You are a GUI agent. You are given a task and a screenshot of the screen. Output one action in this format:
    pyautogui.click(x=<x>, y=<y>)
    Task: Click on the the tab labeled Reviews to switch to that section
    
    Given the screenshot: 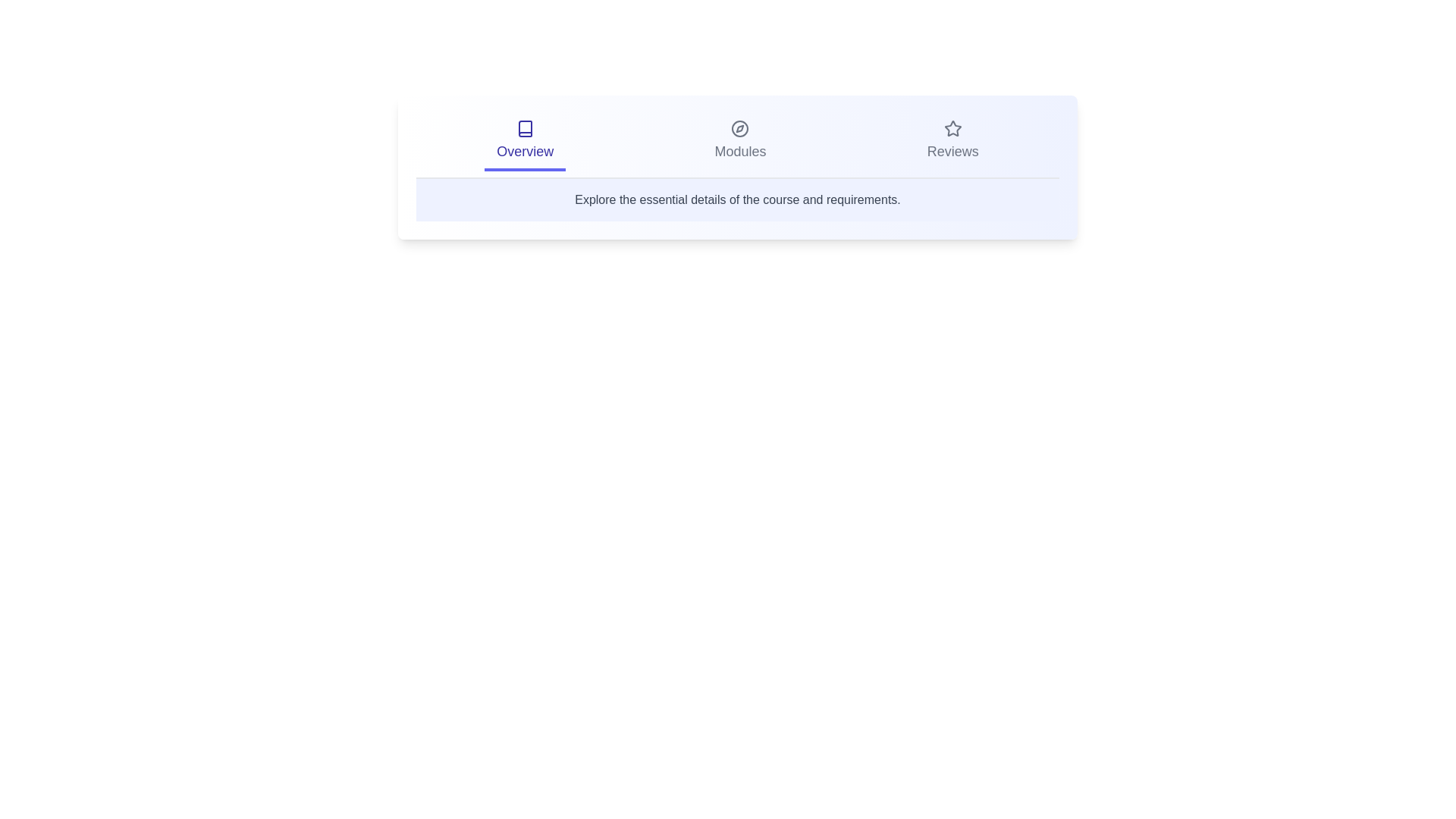 What is the action you would take?
    pyautogui.click(x=952, y=143)
    